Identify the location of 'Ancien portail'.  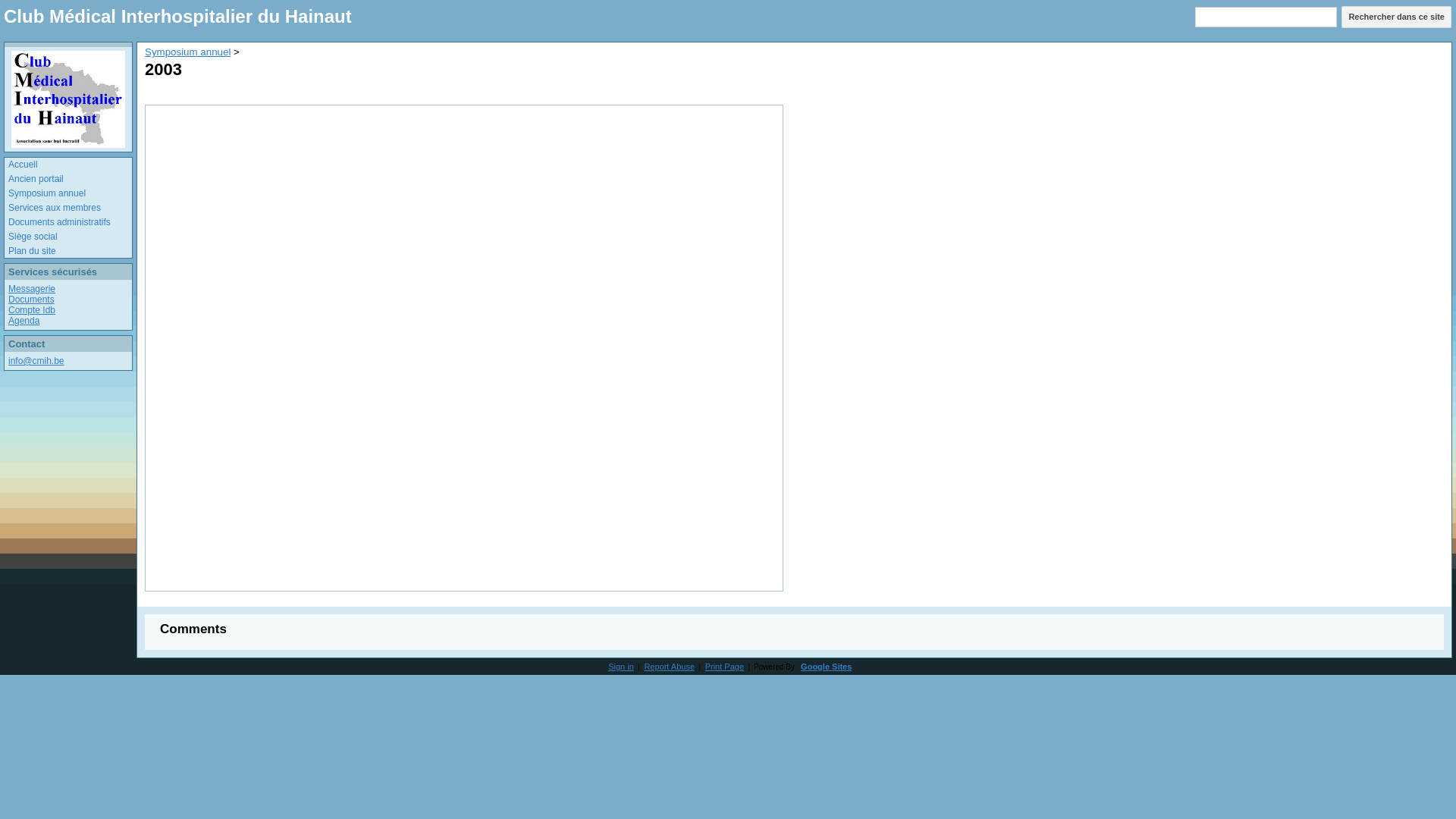
(8, 178).